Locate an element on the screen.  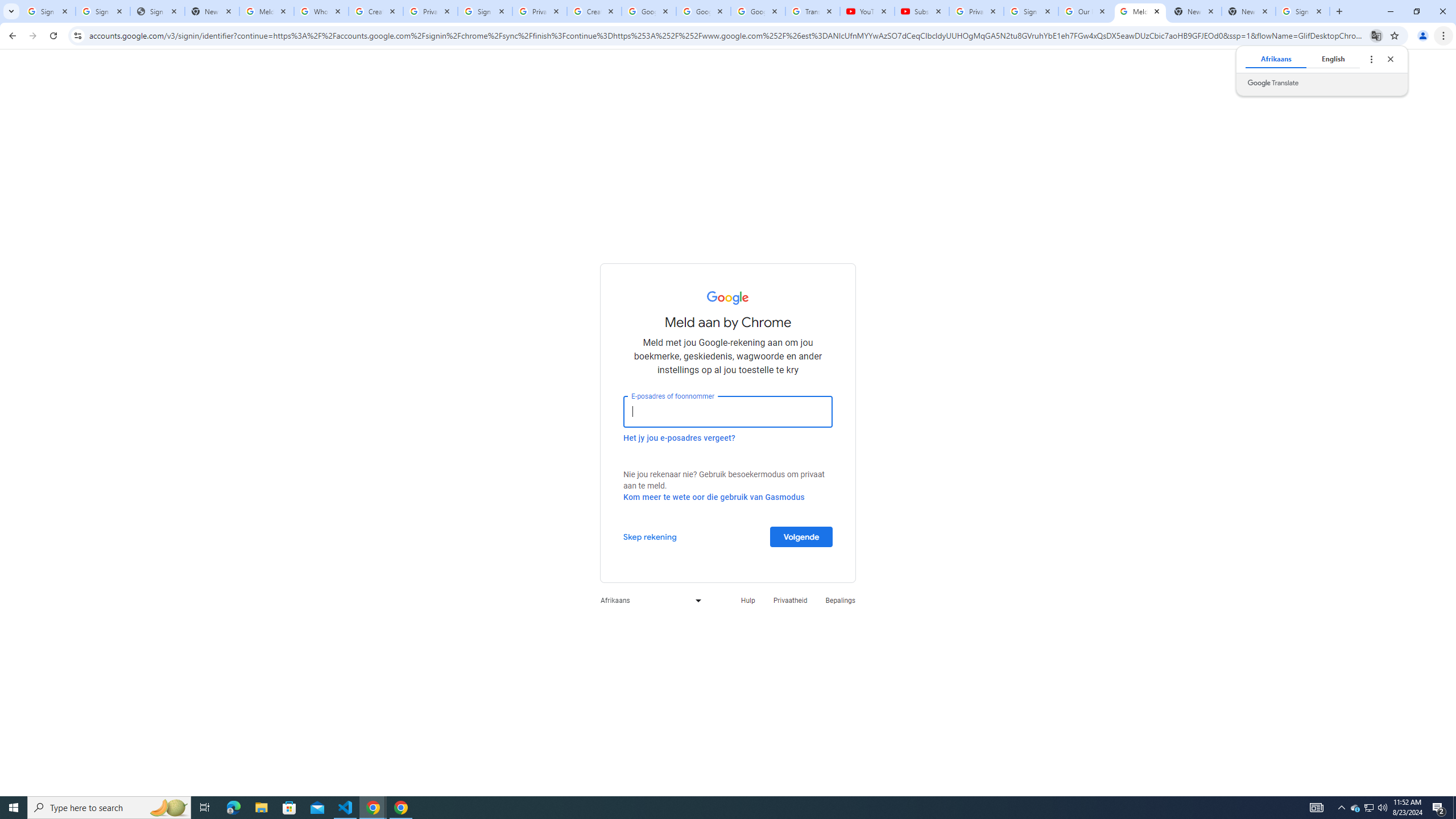
'YouTube' is located at coordinates (867, 11).